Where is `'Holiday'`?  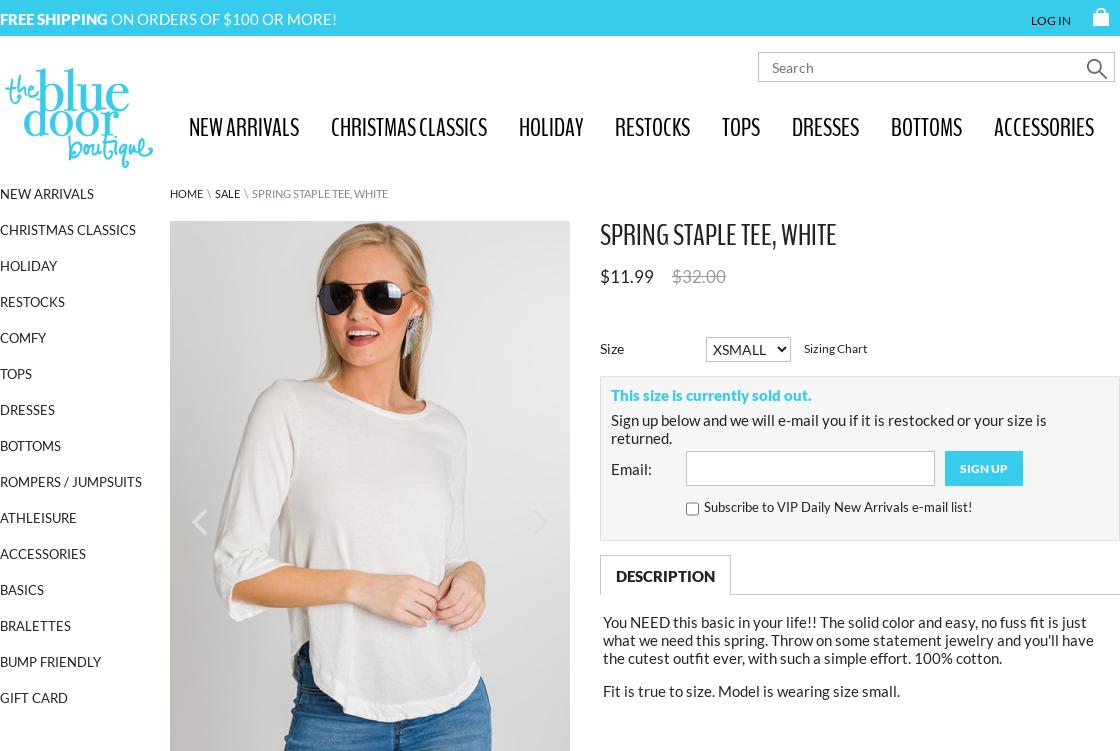 'Holiday' is located at coordinates (28, 265).